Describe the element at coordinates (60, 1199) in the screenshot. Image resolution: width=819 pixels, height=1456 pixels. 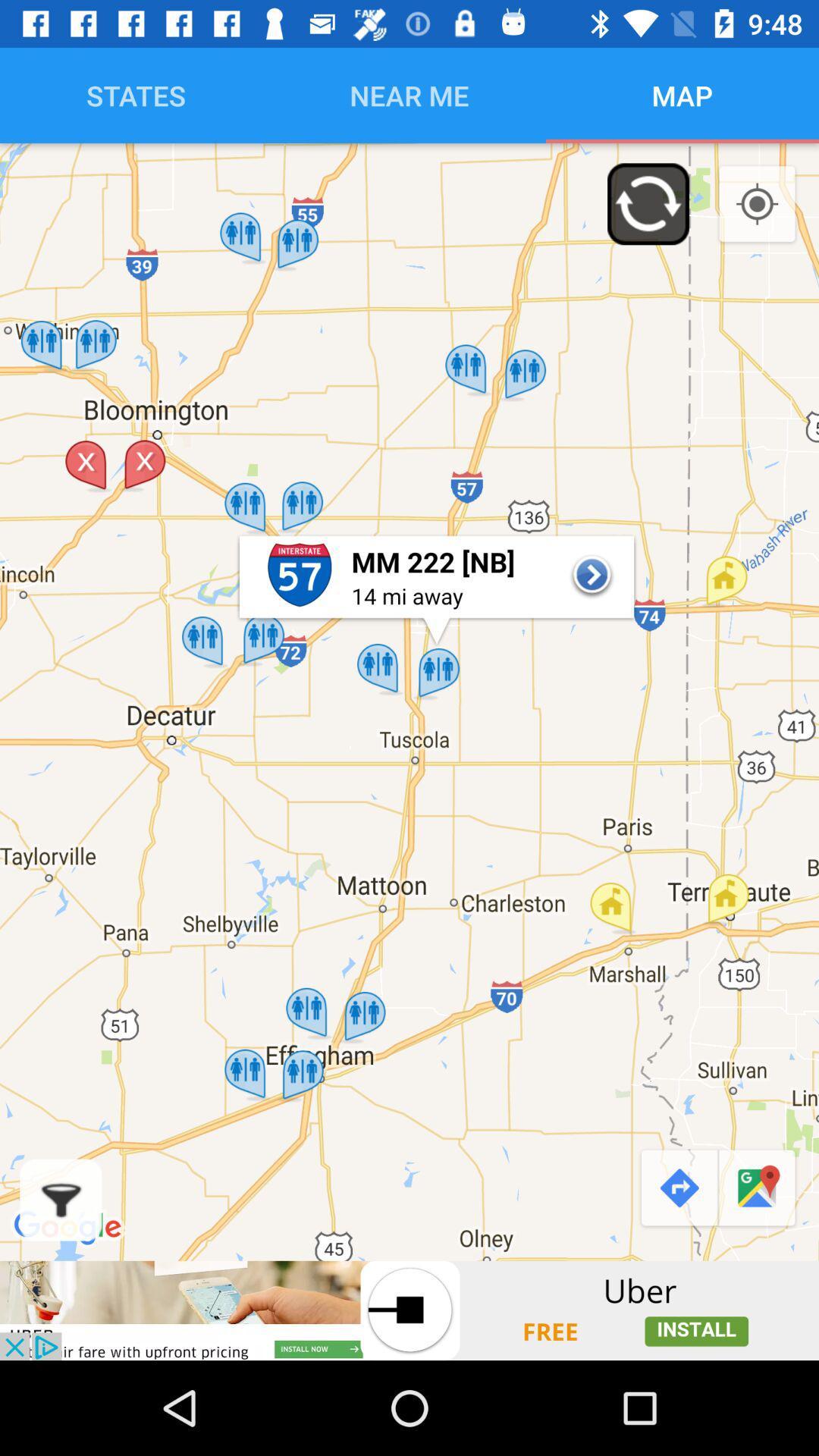
I see `filters` at that location.